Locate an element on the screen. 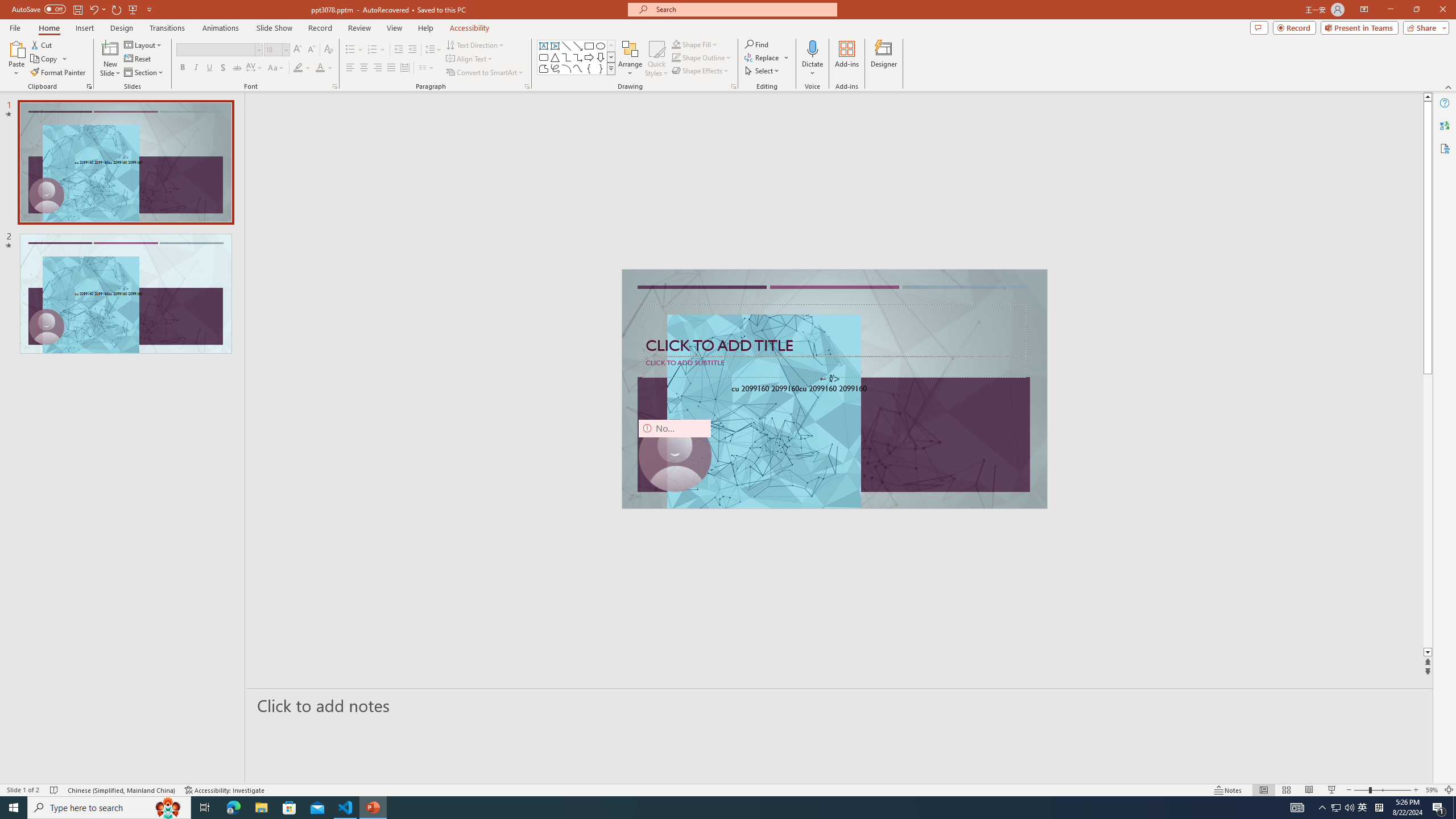 This screenshot has width=1456, height=819. 'Reset' is located at coordinates (138, 59).